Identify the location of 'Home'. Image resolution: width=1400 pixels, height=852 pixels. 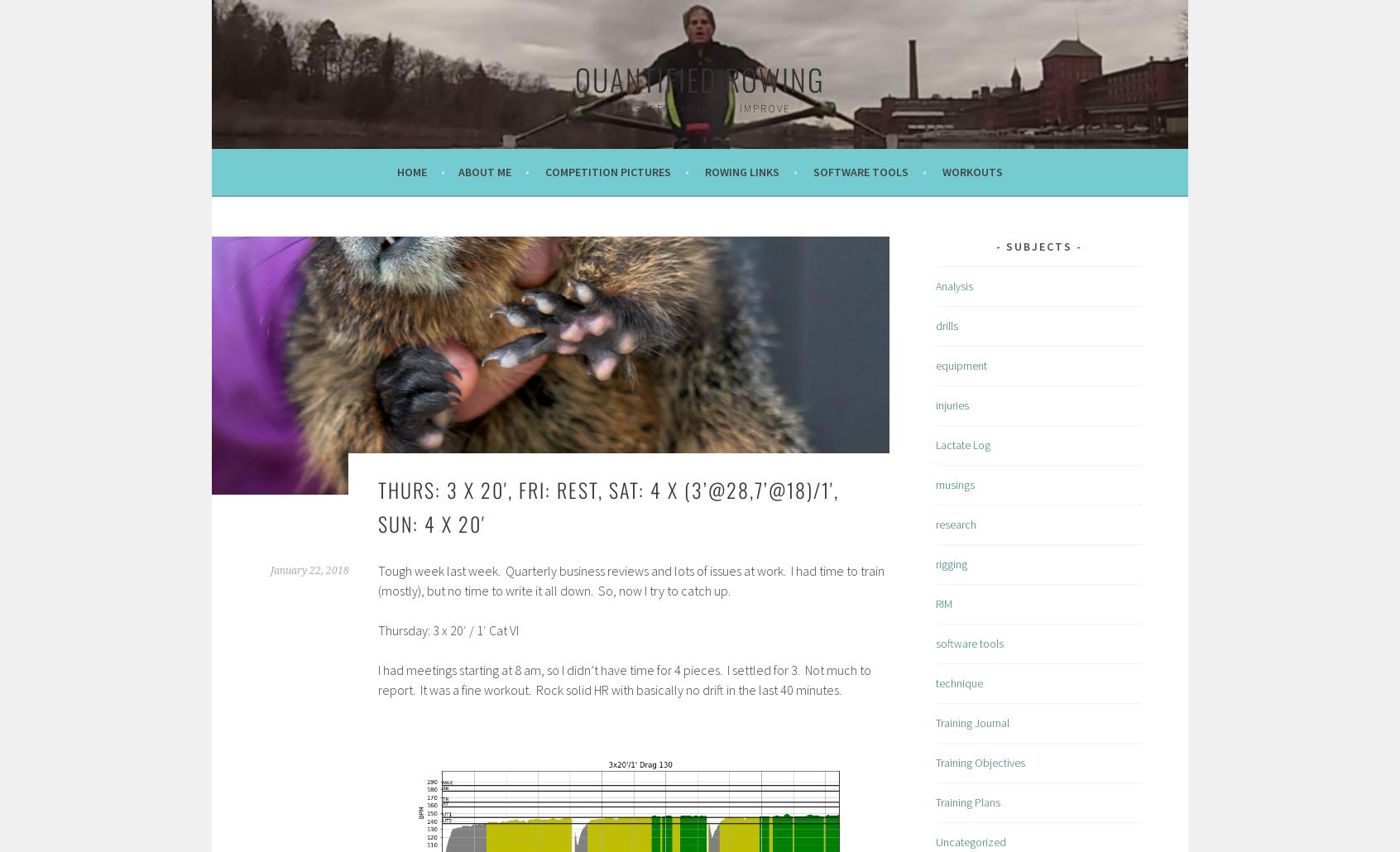
(411, 171).